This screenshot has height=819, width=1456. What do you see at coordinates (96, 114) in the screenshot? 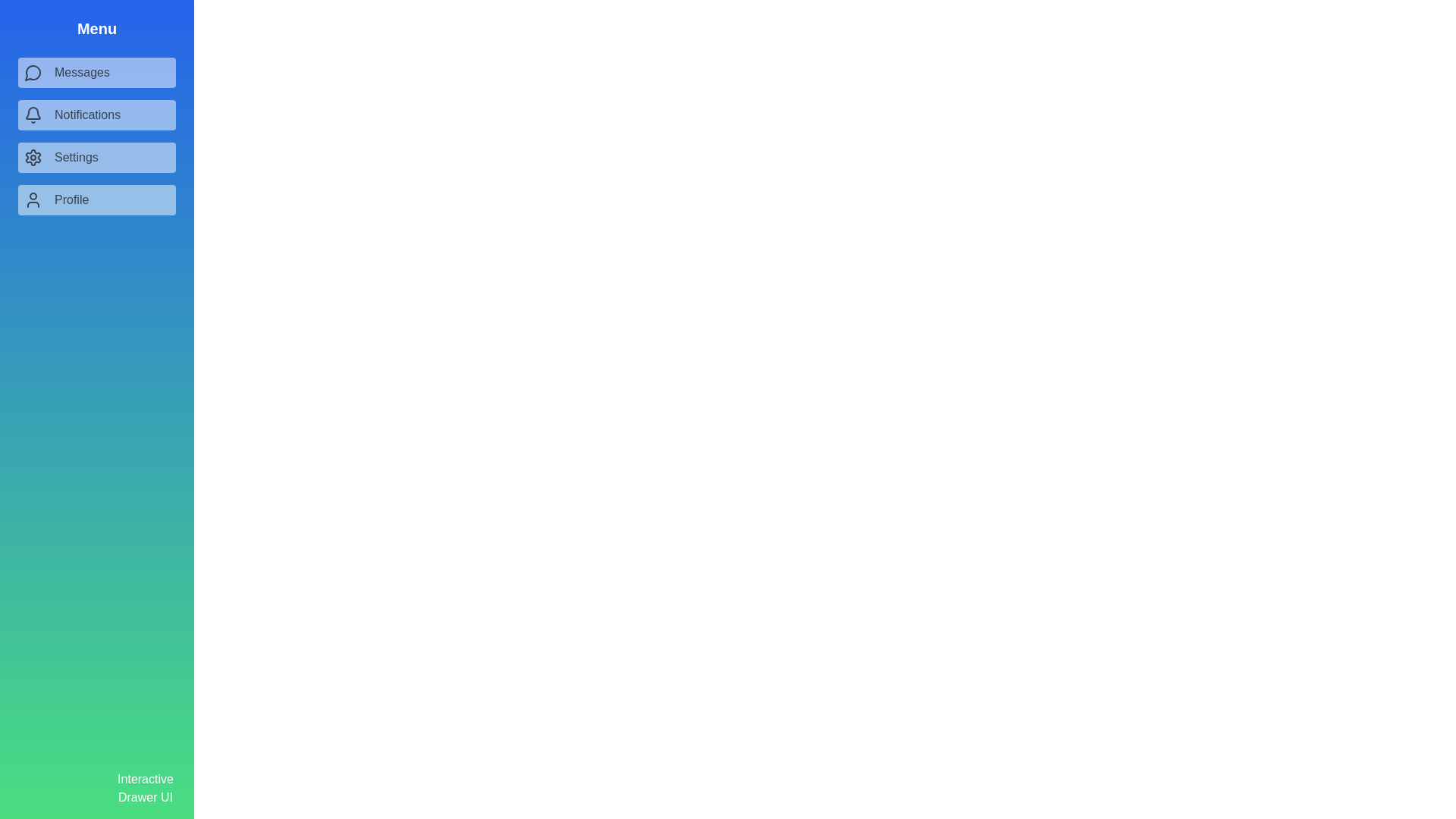
I see `the menu item Notifications` at bounding box center [96, 114].